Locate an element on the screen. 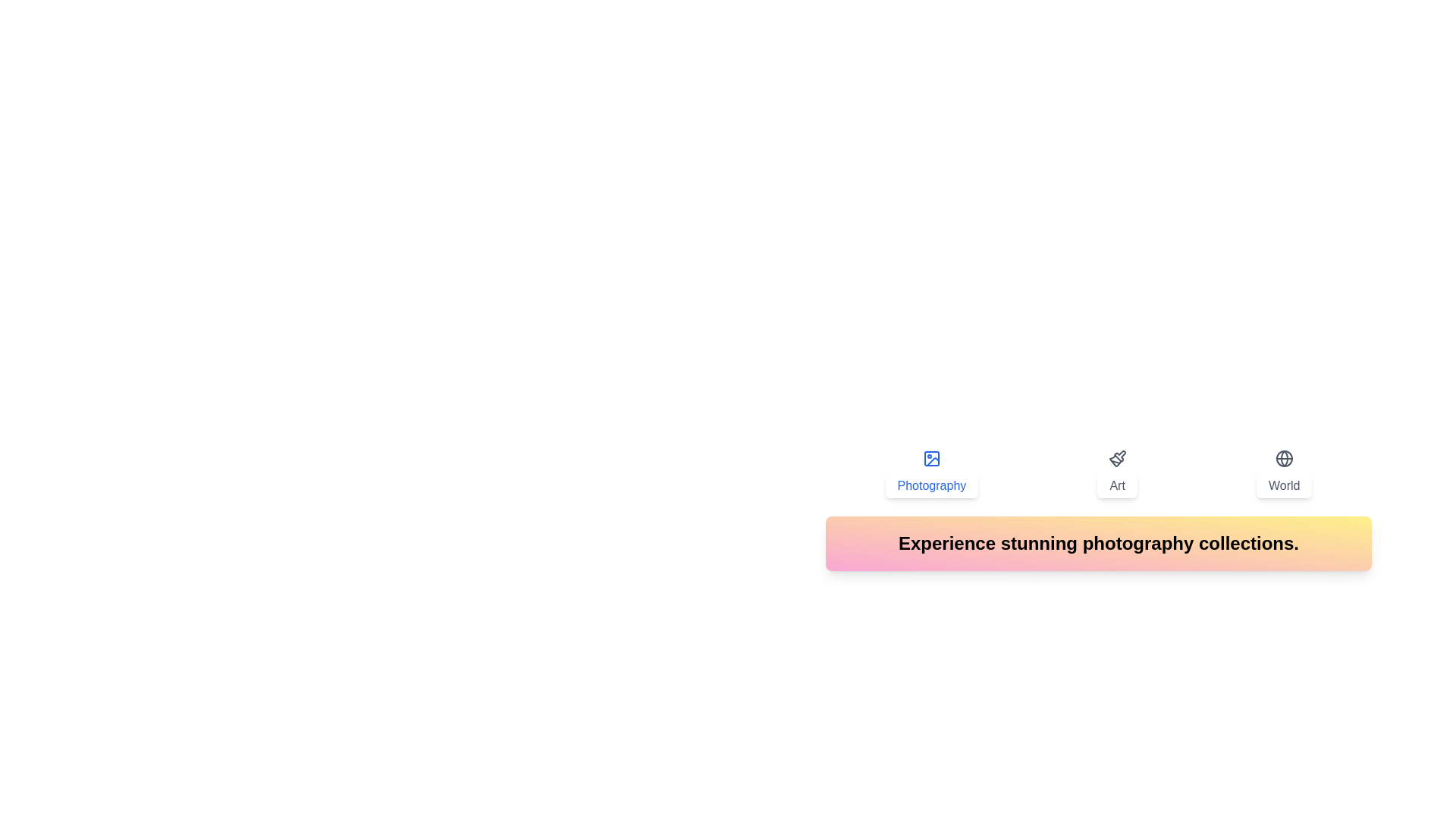 The width and height of the screenshot is (1456, 819). the tab labeled World is located at coordinates (1283, 472).